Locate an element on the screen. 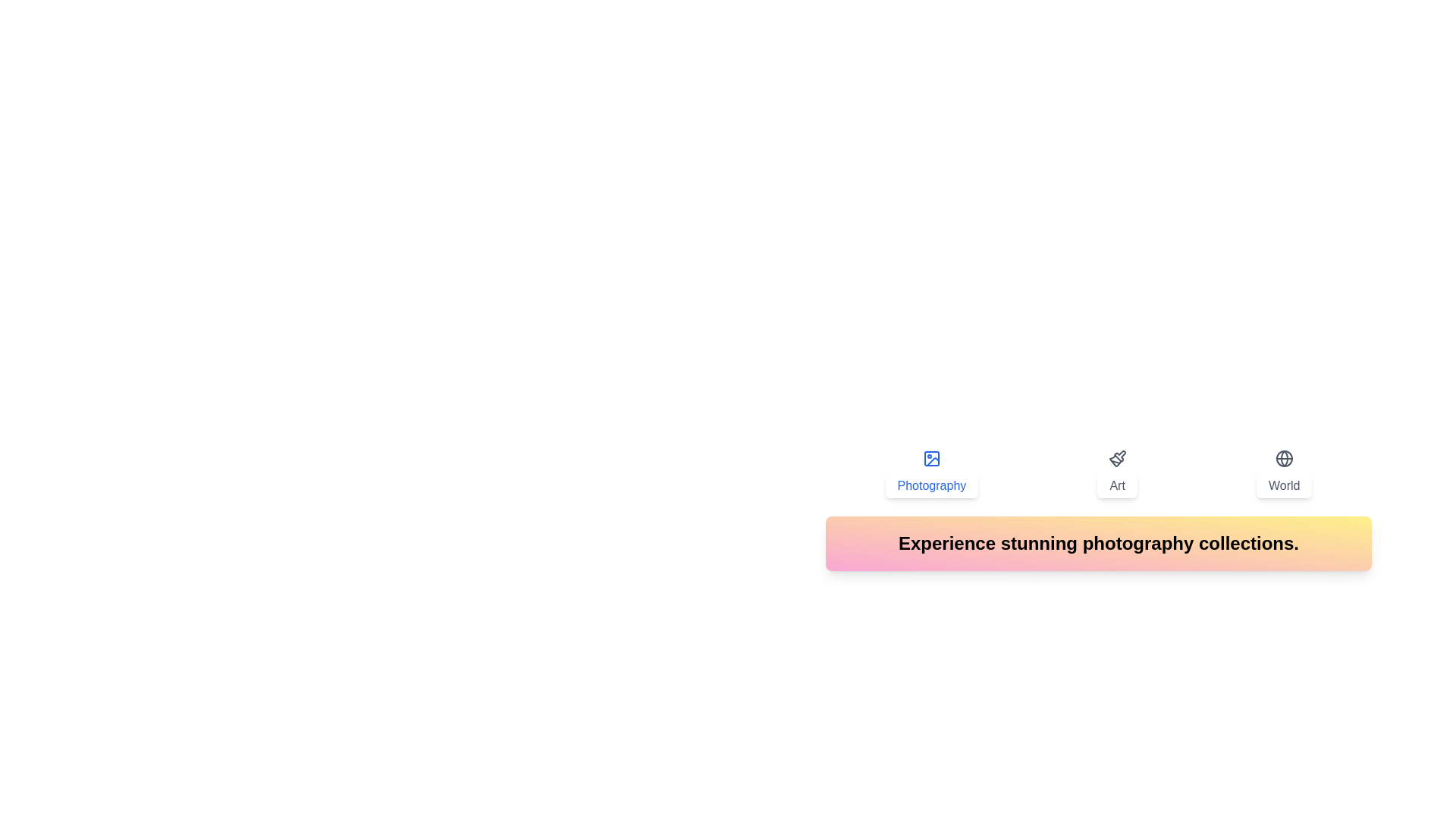 The width and height of the screenshot is (1456, 819). the tab labeled World is located at coordinates (1283, 472).